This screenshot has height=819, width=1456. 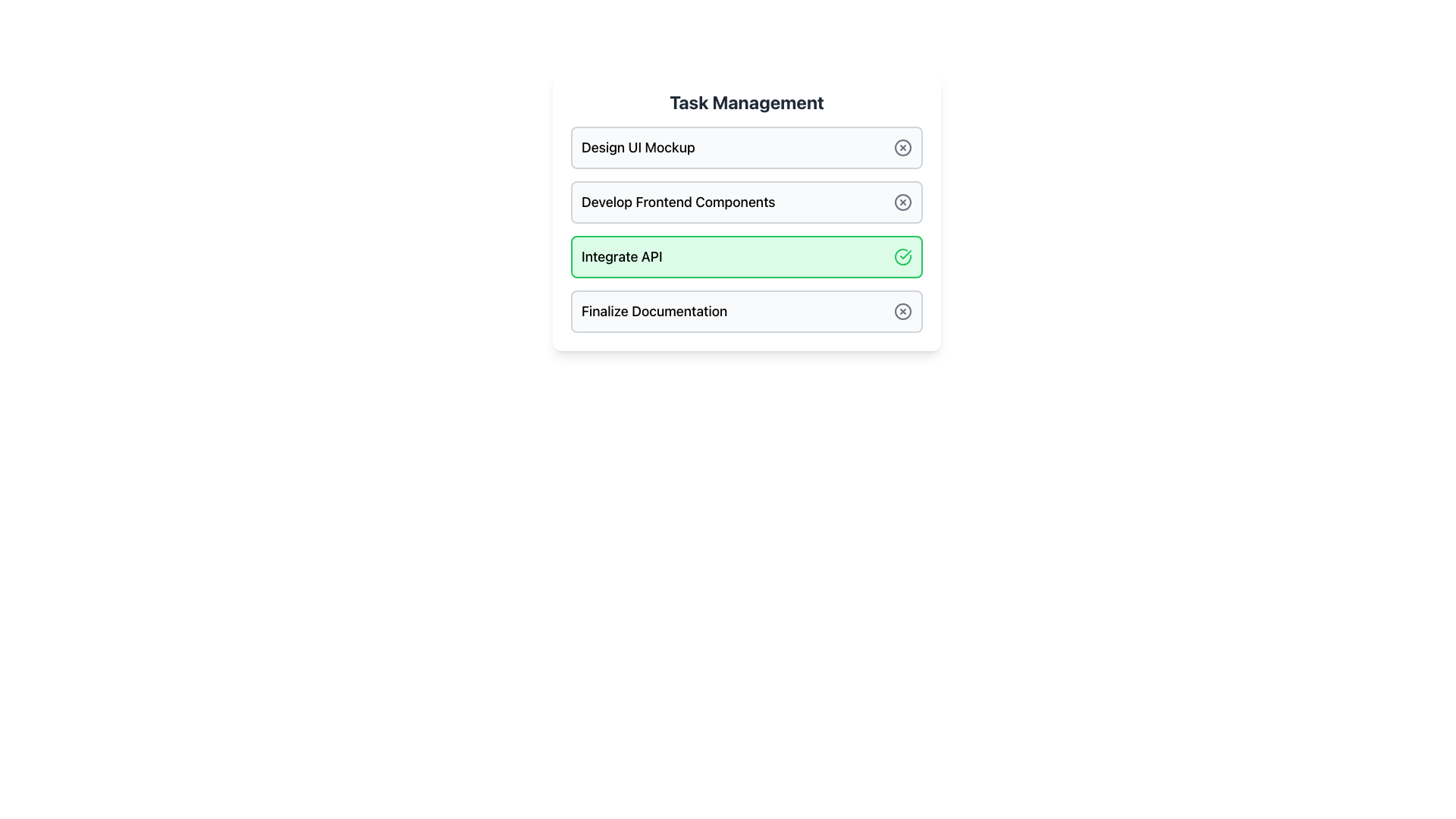 I want to click on the text label displaying 'Finalize Documentation' located at the bottom of the task entries in the 'Task Management' section, so click(x=654, y=311).